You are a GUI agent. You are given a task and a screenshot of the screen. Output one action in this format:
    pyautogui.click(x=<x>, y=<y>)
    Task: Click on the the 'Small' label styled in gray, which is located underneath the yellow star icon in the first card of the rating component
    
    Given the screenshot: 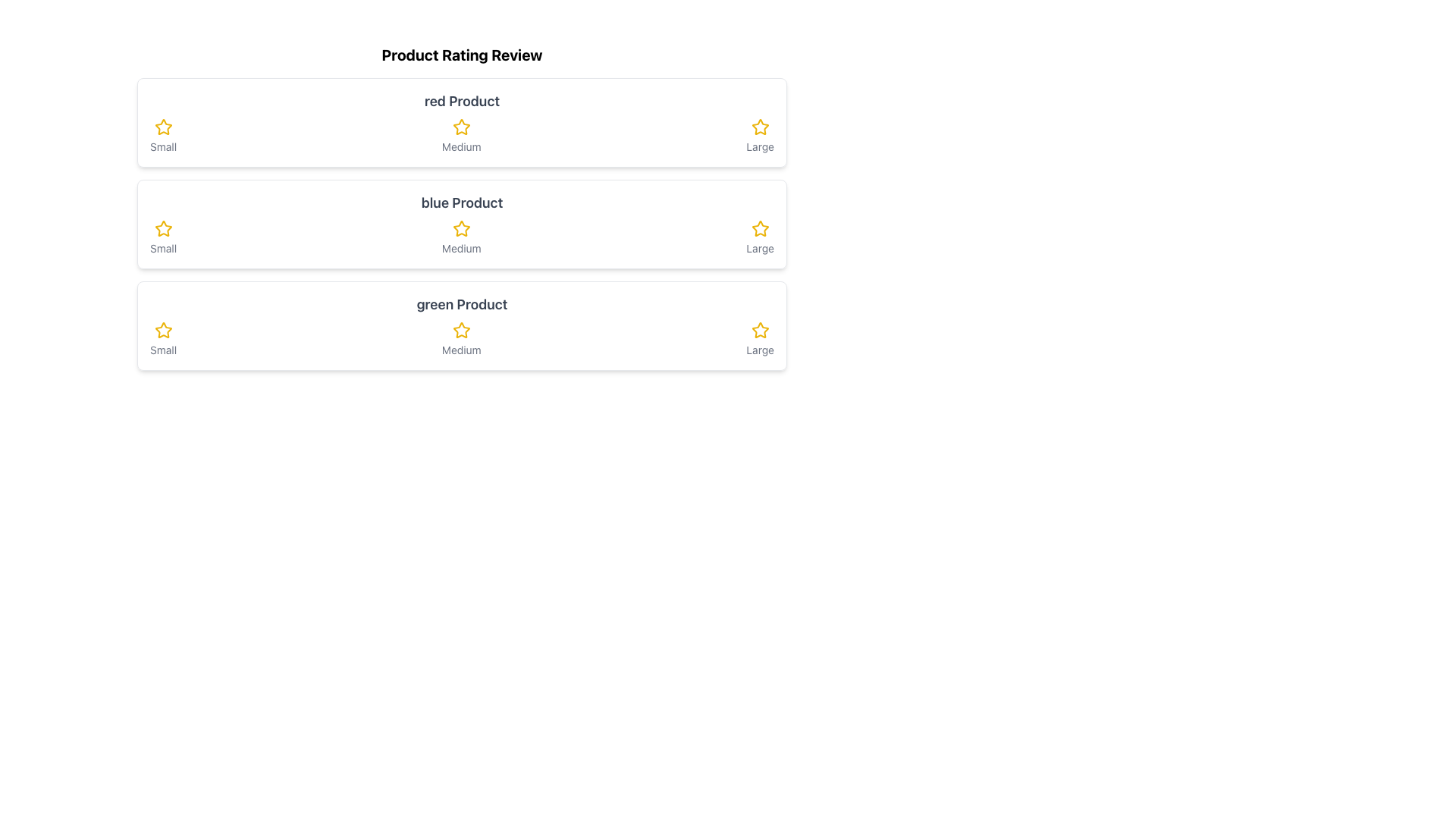 What is the action you would take?
    pyautogui.click(x=163, y=146)
    